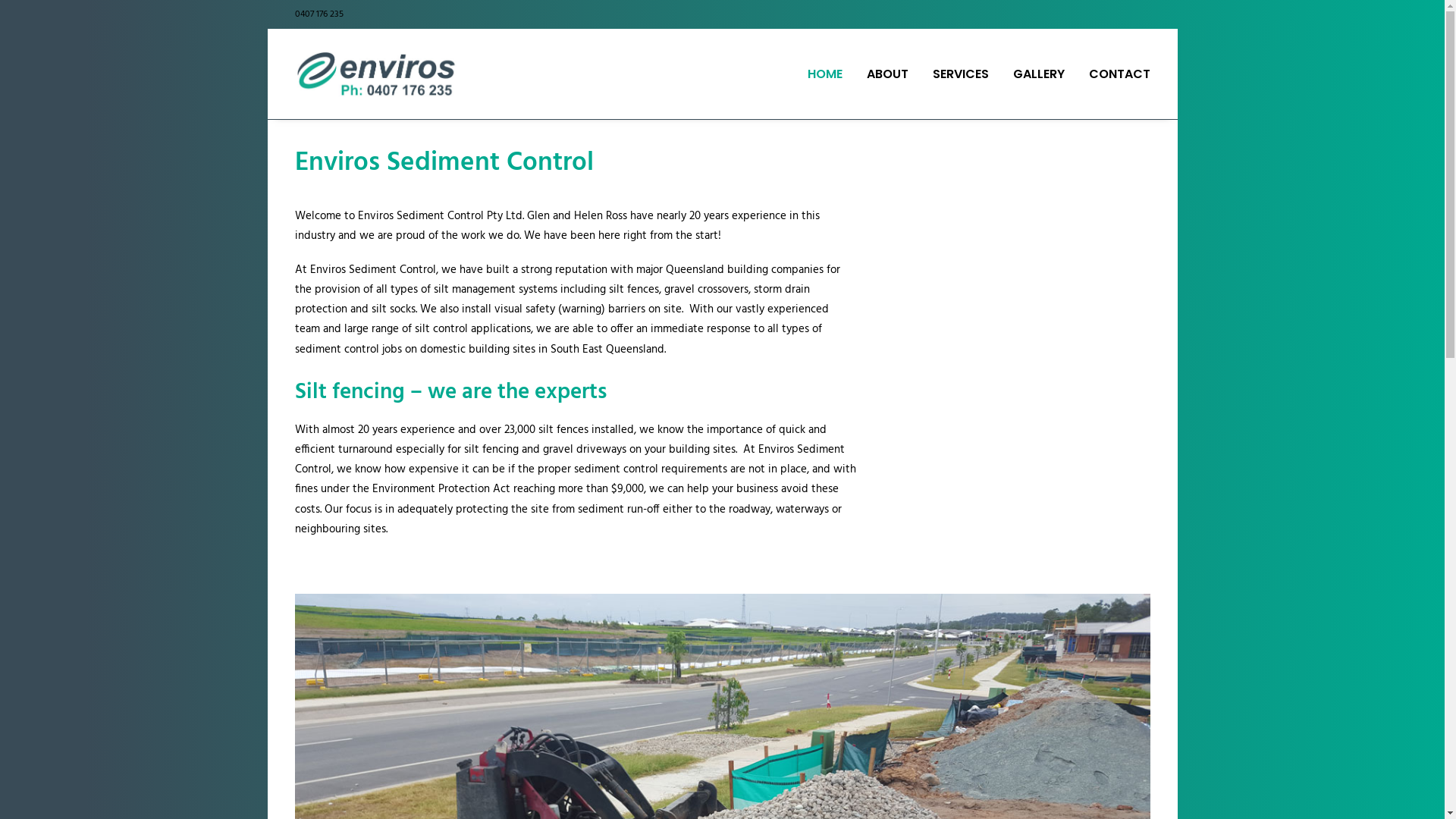  What do you see at coordinates (1037, 74) in the screenshot?
I see `'GALLERY'` at bounding box center [1037, 74].